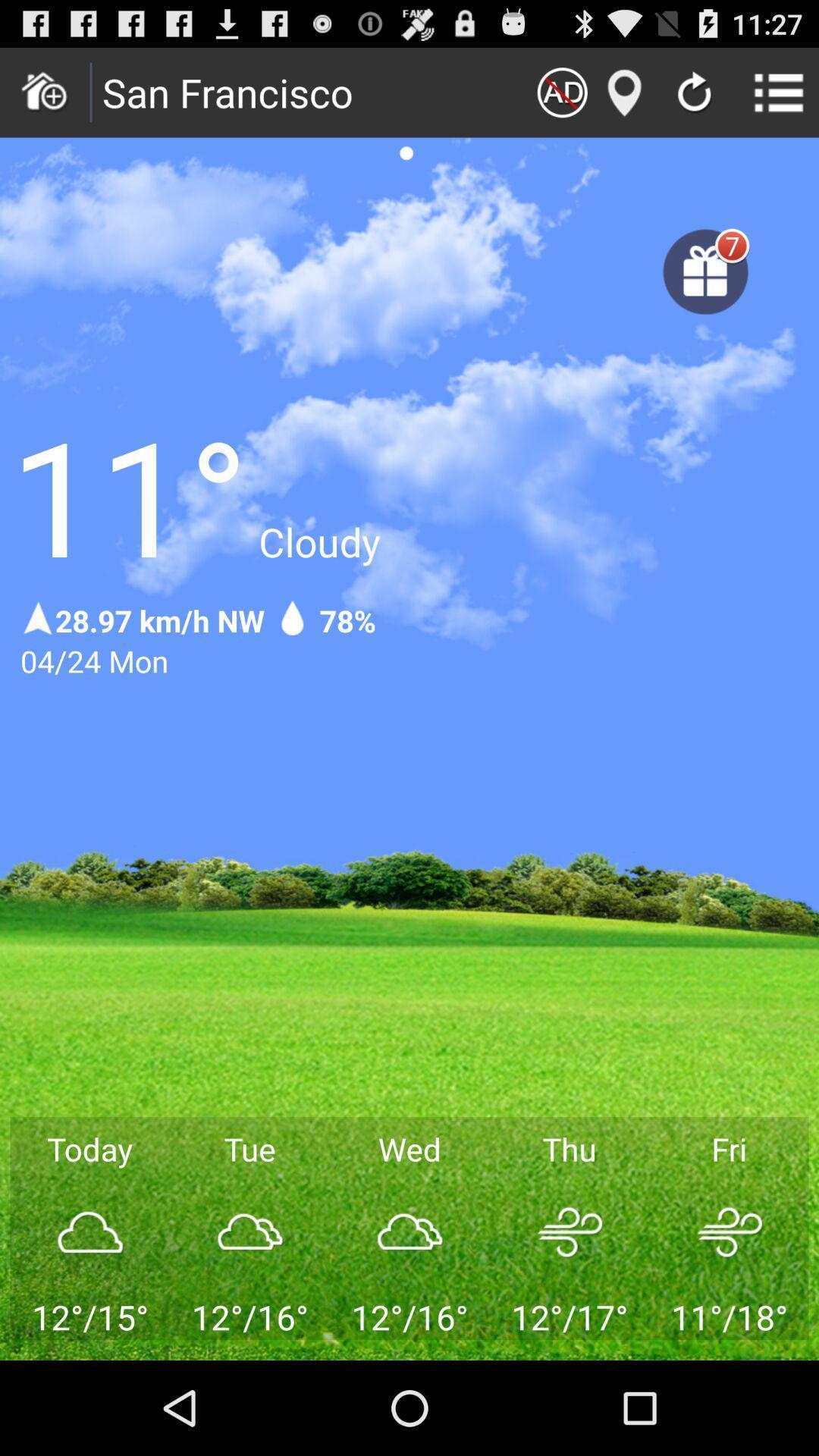 Image resolution: width=819 pixels, height=1456 pixels. Describe the element at coordinates (779, 98) in the screenshot. I see `the list icon` at that location.